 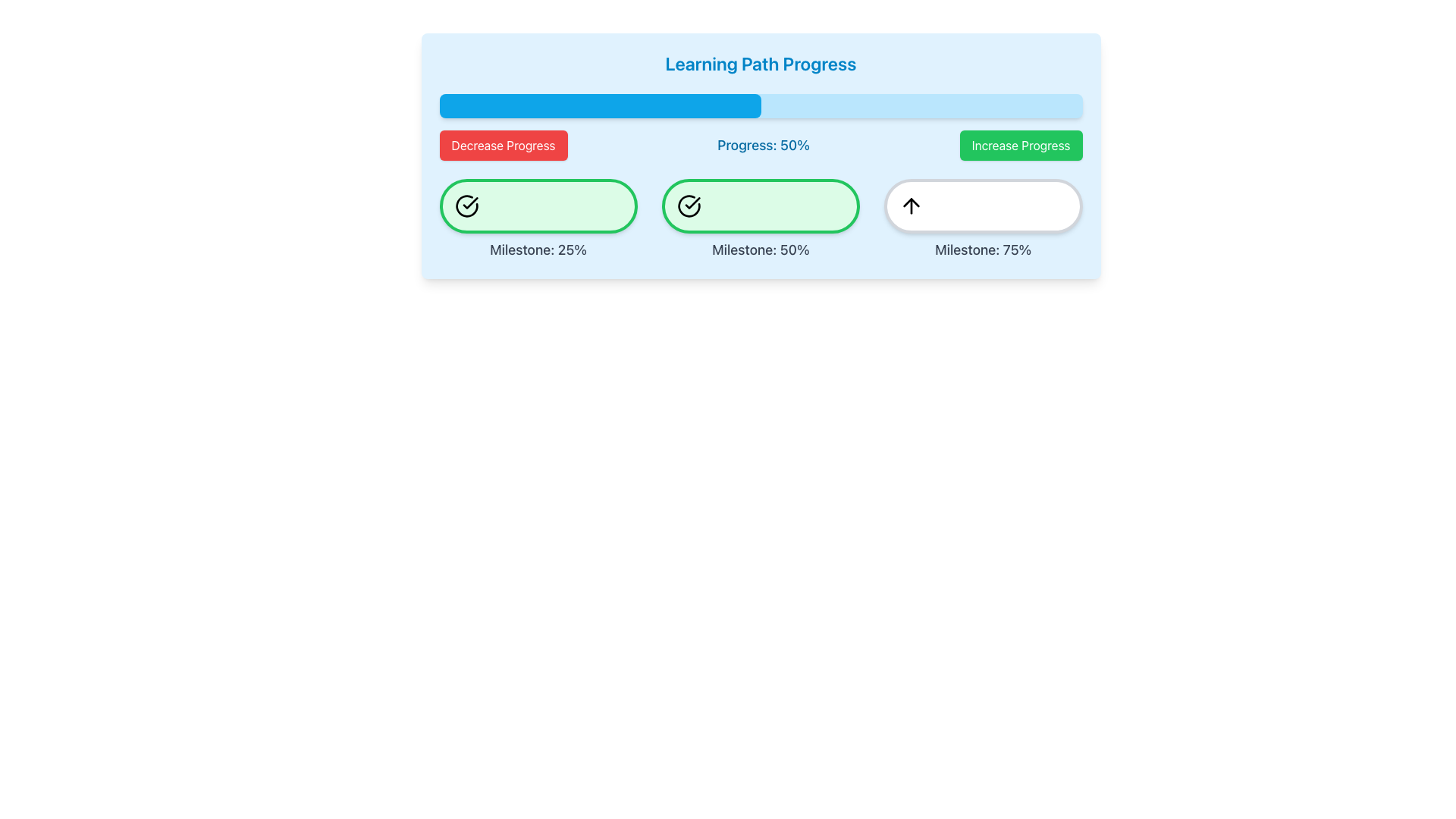 What do you see at coordinates (983, 249) in the screenshot?
I see `text label displaying 'Milestone: 75%' which is centered below a bordered white circular area with an upward arrow` at bounding box center [983, 249].